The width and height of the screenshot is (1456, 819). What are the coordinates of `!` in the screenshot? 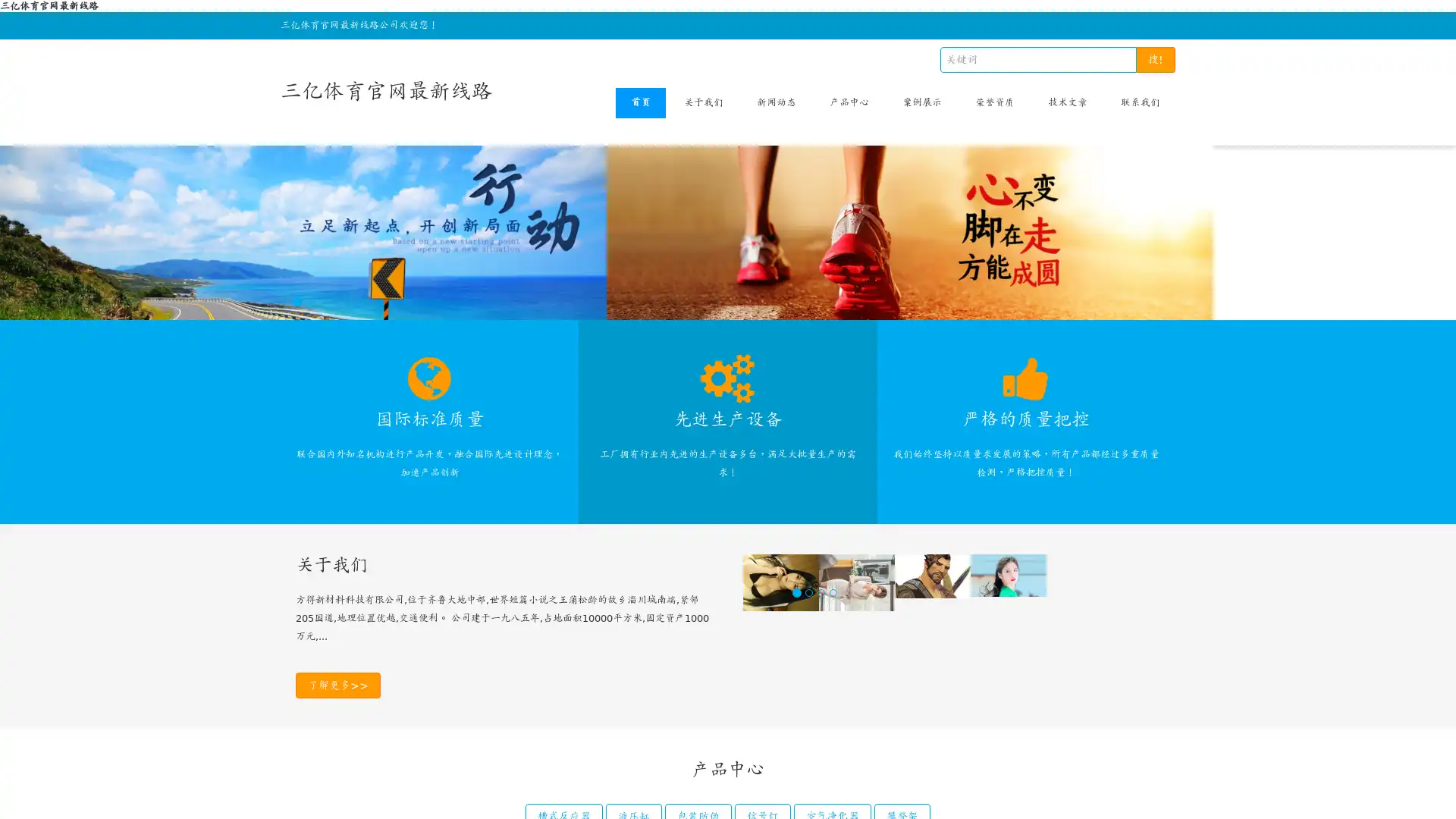 It's located at (1155, 58).